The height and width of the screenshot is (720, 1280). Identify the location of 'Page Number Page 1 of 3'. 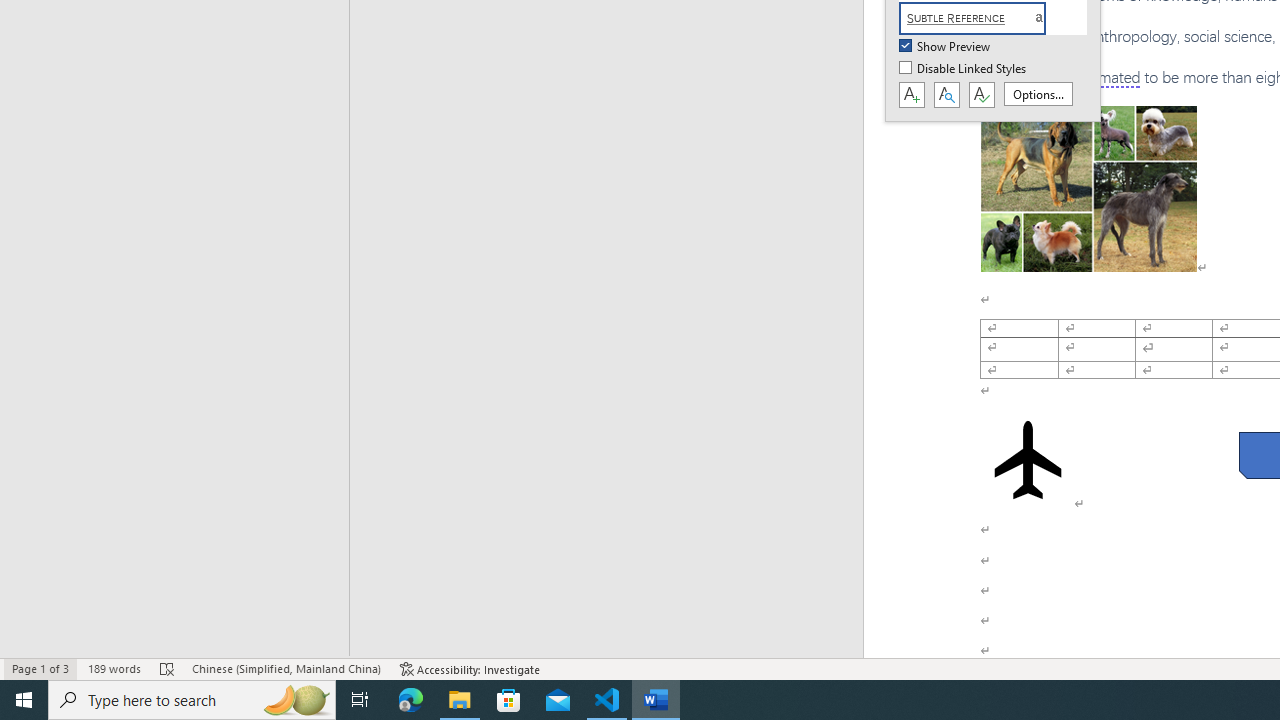
(40, 669).